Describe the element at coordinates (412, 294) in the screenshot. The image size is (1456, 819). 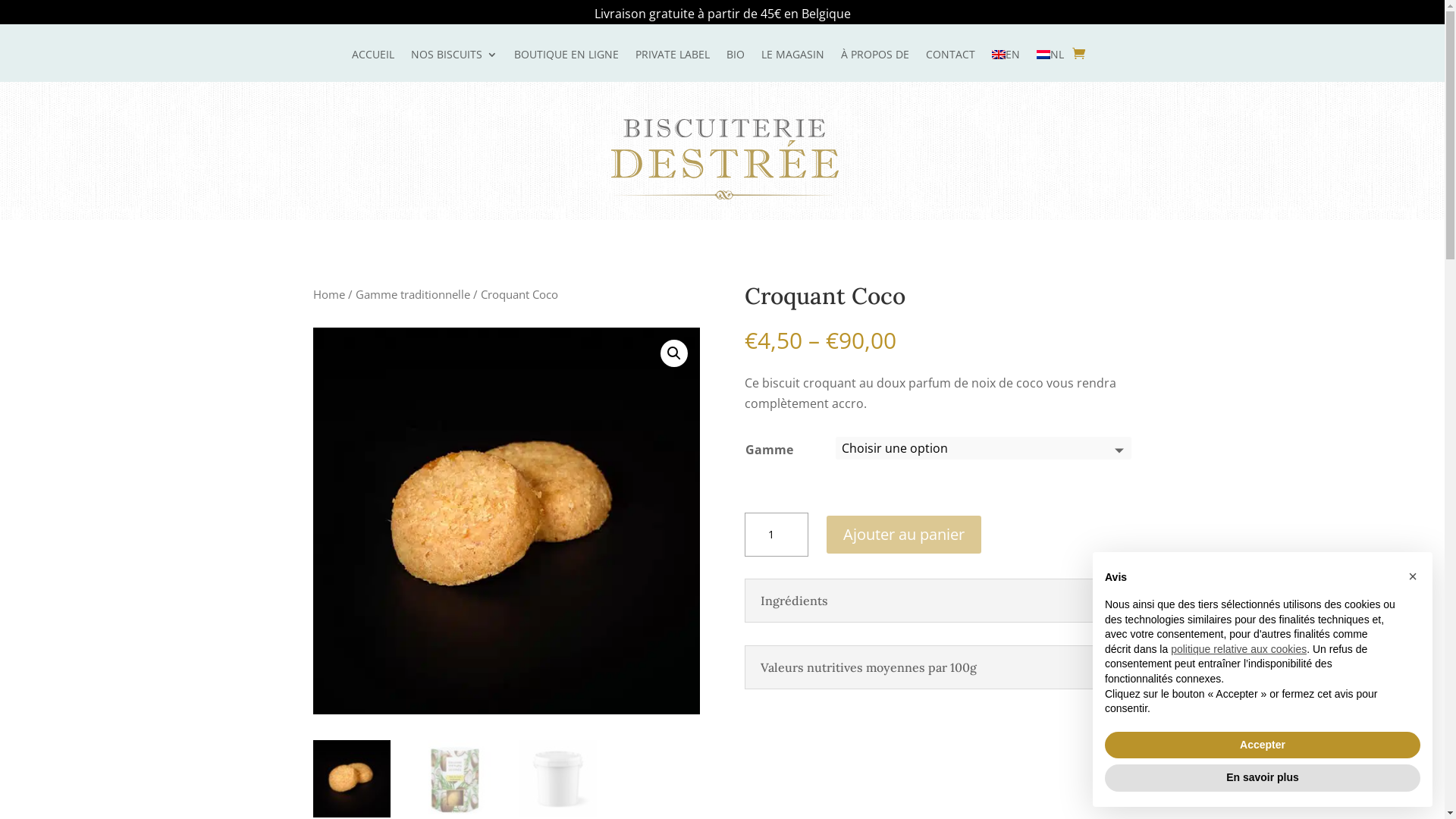
I see `'Gamme traditionnelle'` at that location.